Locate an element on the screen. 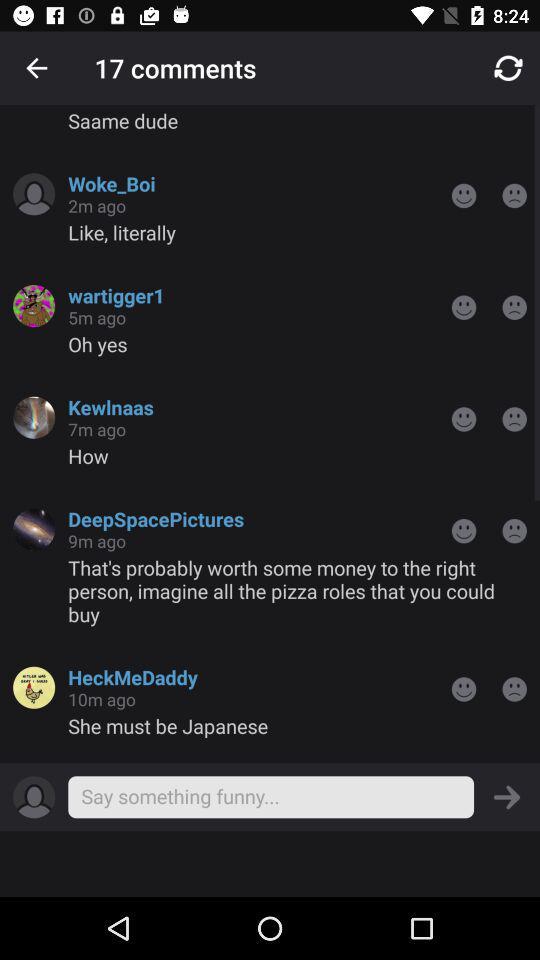  the arrow_forward icon is located at coordinates (507, 797).